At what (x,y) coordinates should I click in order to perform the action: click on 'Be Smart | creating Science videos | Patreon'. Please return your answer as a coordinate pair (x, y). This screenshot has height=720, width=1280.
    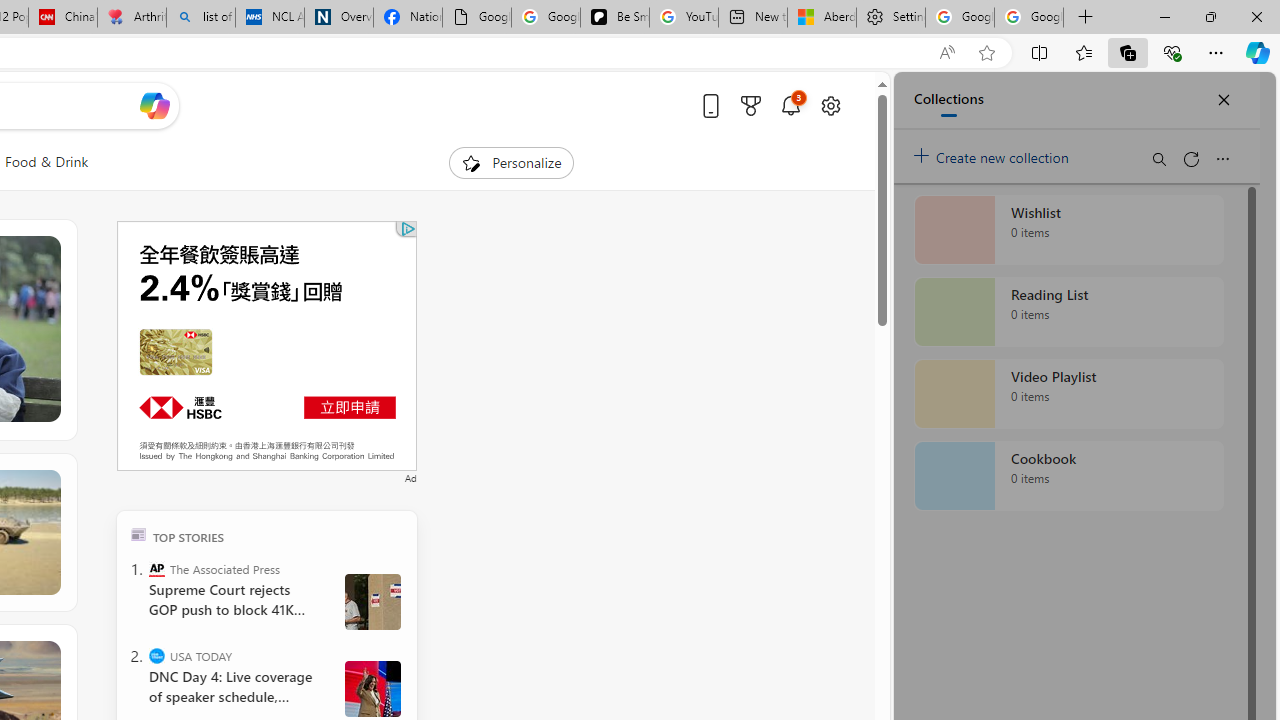
    Looking at the image, I should click on (614, 17).